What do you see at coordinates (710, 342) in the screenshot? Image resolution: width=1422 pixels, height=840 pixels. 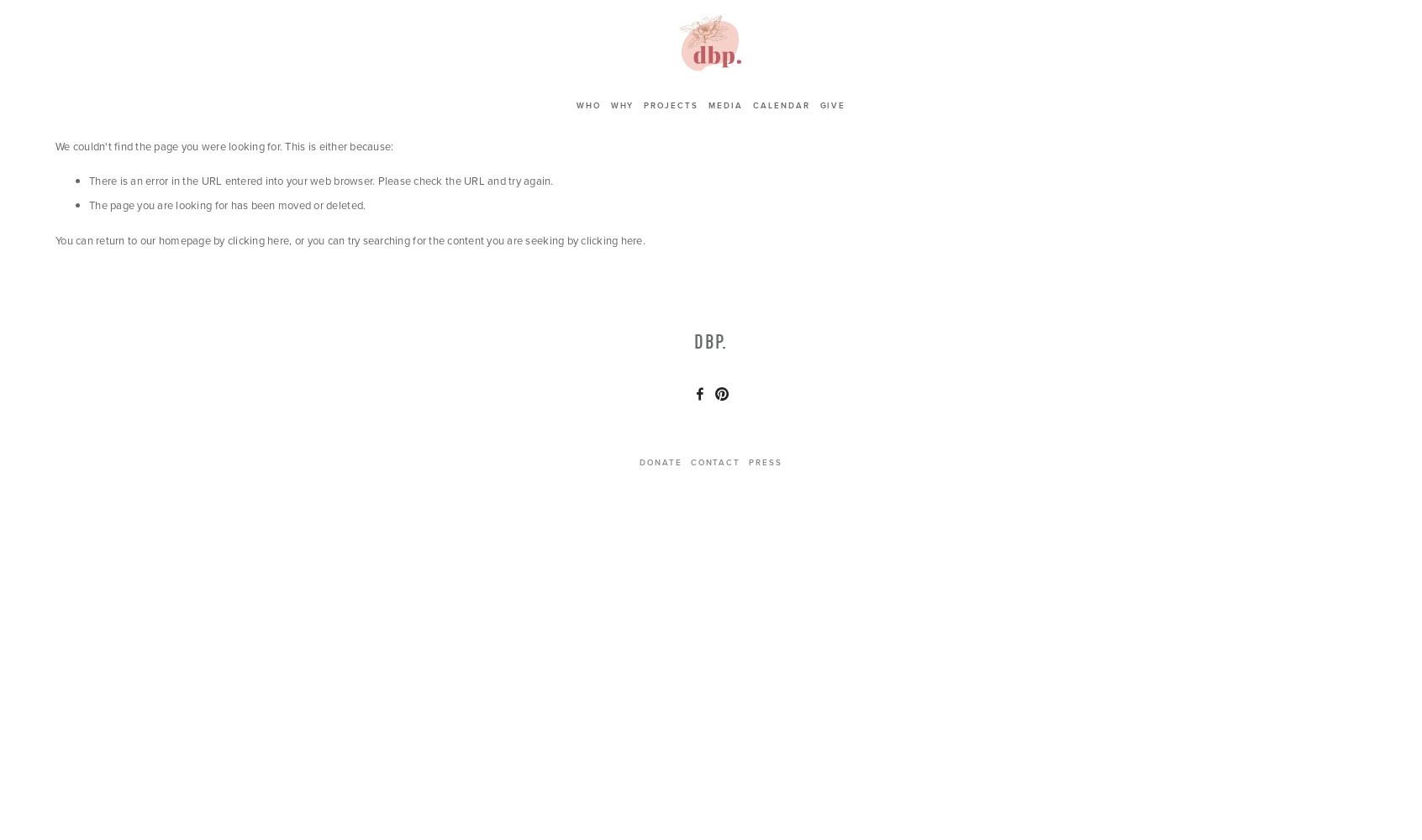 I see `'dbp.'` at bounding box center [710, 342].